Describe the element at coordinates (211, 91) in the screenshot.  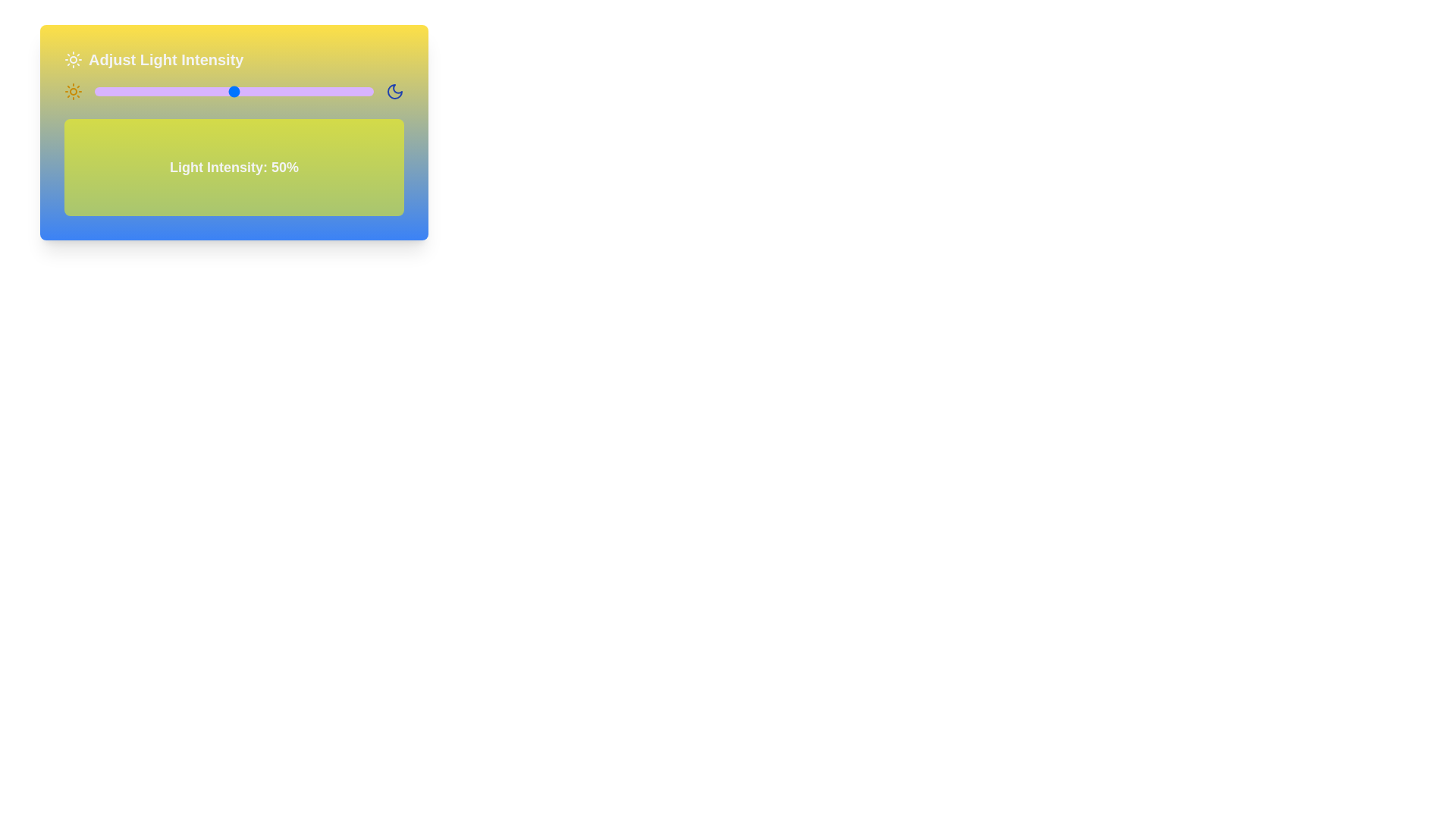
I see `the light intensity slider to 42% to observe the corresponding background changes` at that location.